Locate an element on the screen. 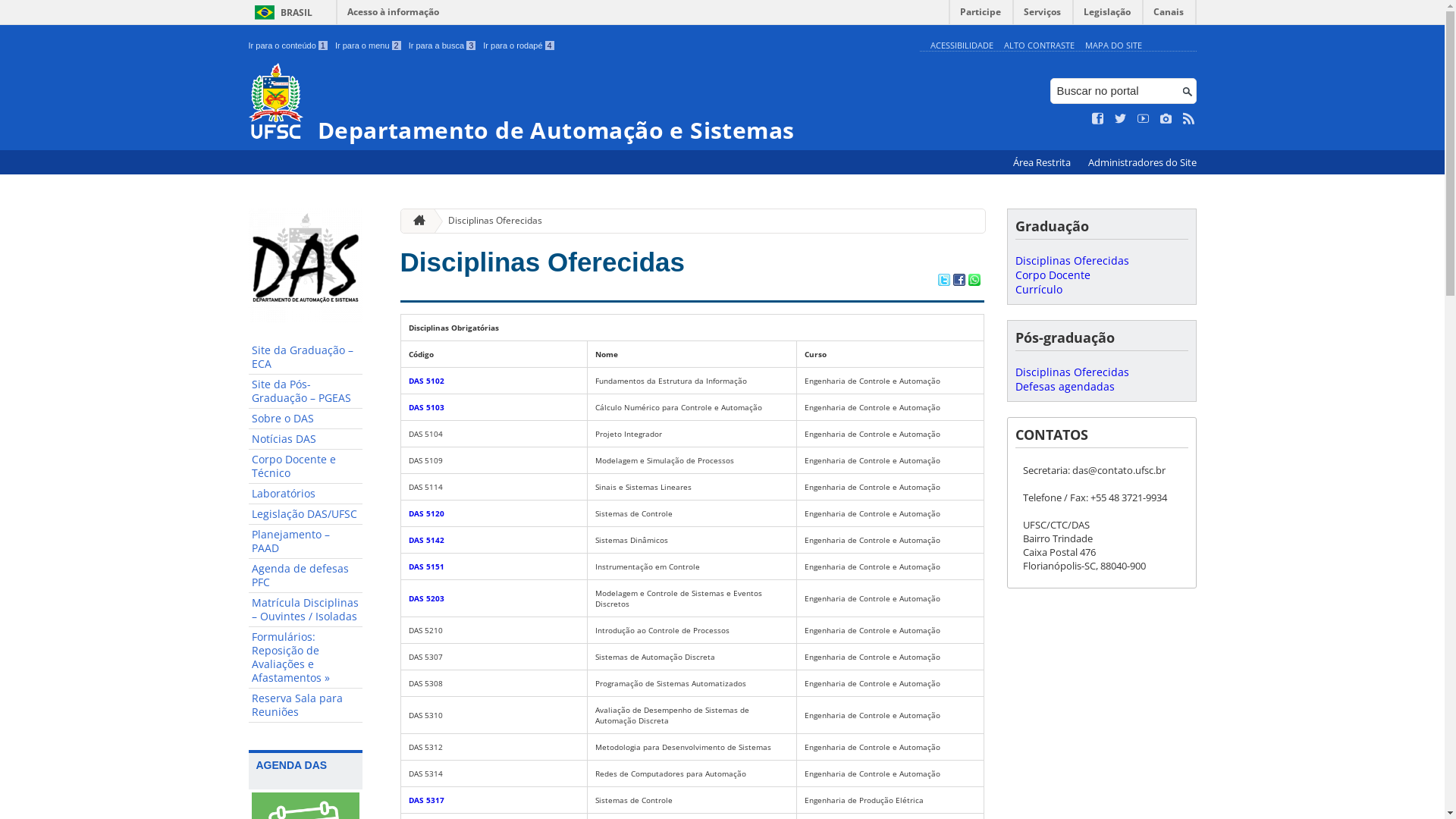 The image size is (1456, 819). 'Curta no Facebook' is located at coordinates (1098, 118).